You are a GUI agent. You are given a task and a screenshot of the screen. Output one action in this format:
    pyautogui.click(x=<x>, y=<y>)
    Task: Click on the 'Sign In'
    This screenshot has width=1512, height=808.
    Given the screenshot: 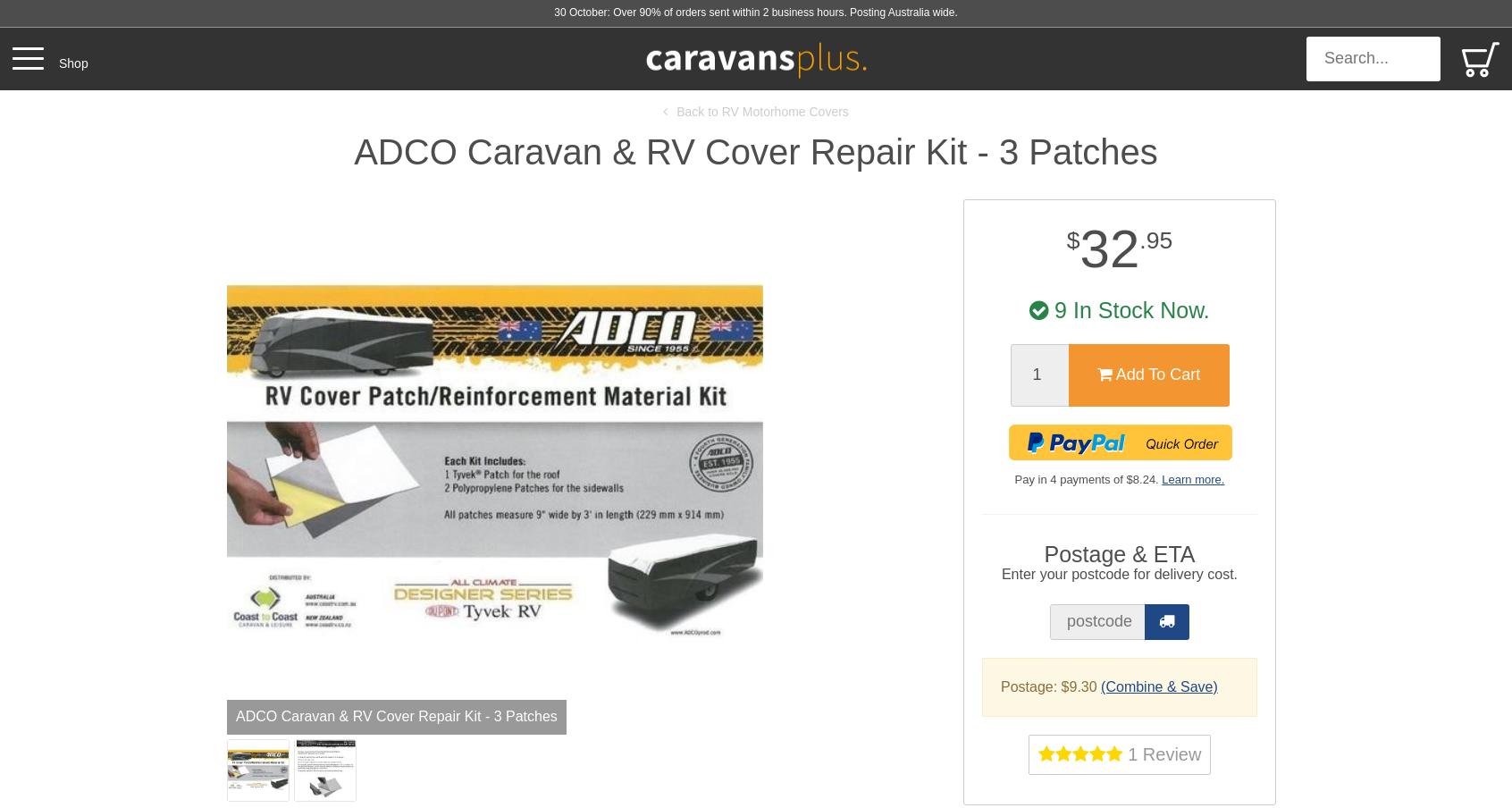 What is the action you would take?
    pyautogui.click(x=1405, y=158)
    